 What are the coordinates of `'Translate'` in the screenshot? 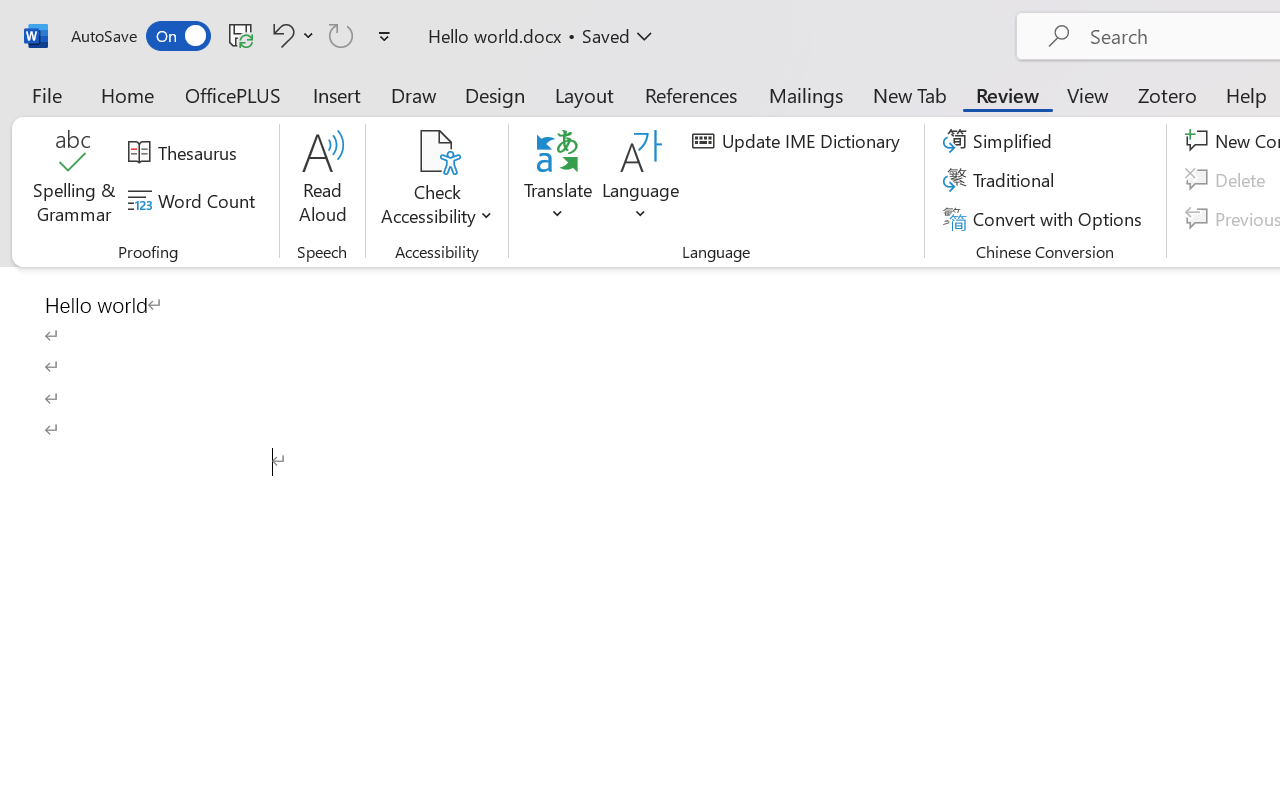 It's located at (558, 179).